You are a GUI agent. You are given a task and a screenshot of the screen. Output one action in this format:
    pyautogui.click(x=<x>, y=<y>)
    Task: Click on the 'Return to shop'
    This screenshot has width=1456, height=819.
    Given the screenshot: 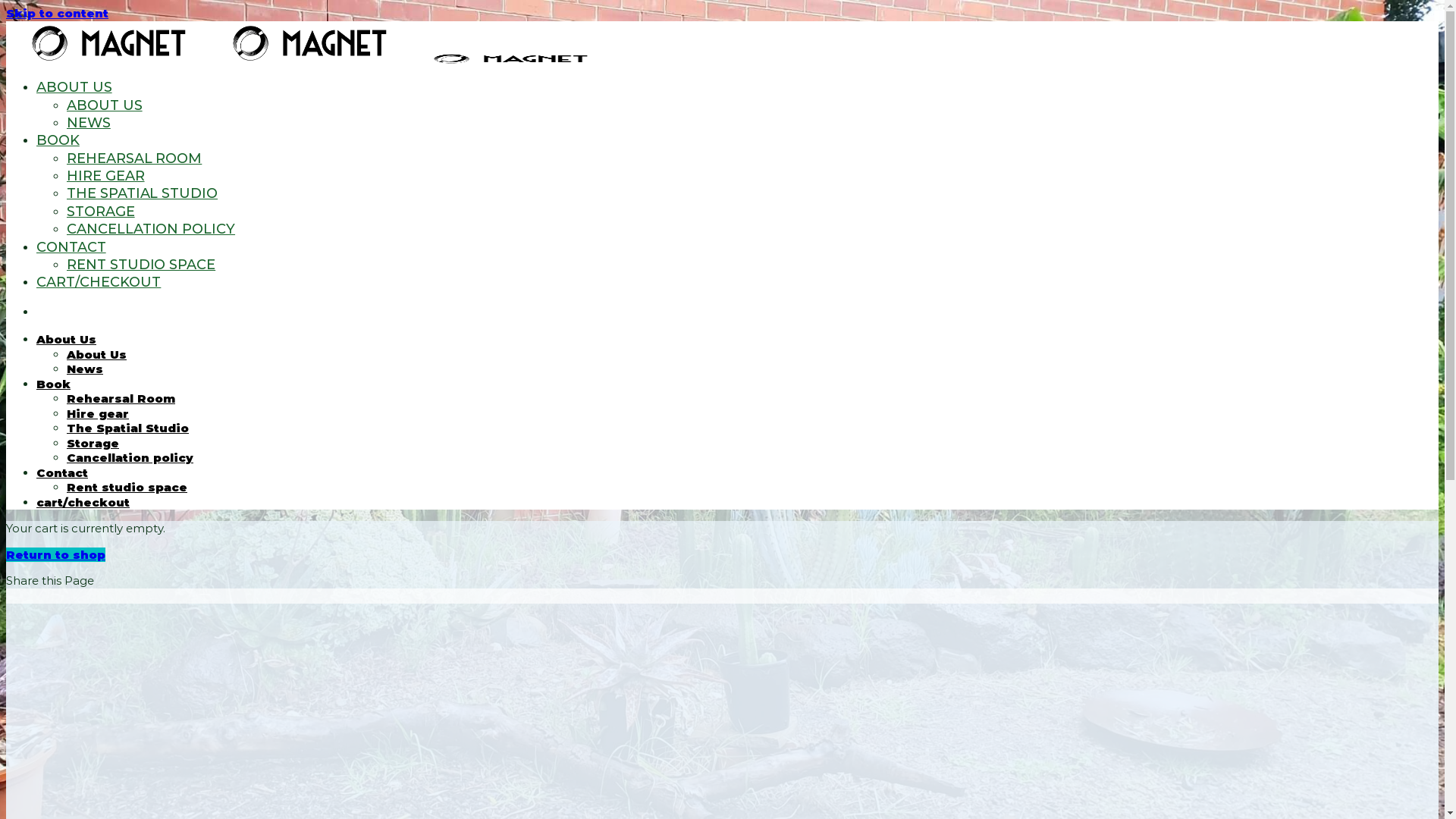 What is the action you would take?
    pyautogui.click(x=6, y=554)
    